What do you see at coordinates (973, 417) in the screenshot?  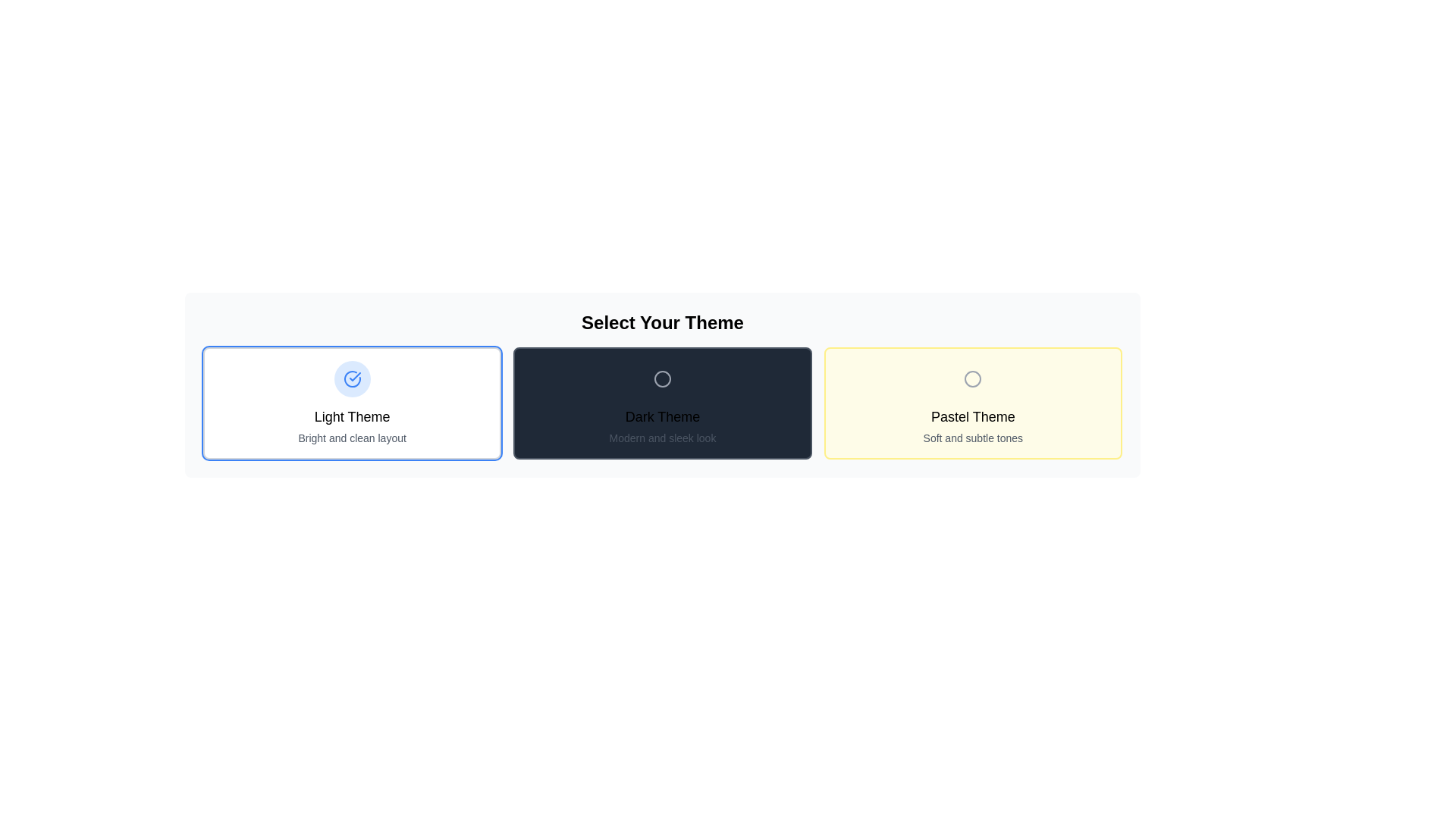 I see `the 'Pastel Theme' text label, which distinguishes this theme option visually and is located in the third column of theme selections, positioned below the icon and above the description text` at bounding box center [973, 417].